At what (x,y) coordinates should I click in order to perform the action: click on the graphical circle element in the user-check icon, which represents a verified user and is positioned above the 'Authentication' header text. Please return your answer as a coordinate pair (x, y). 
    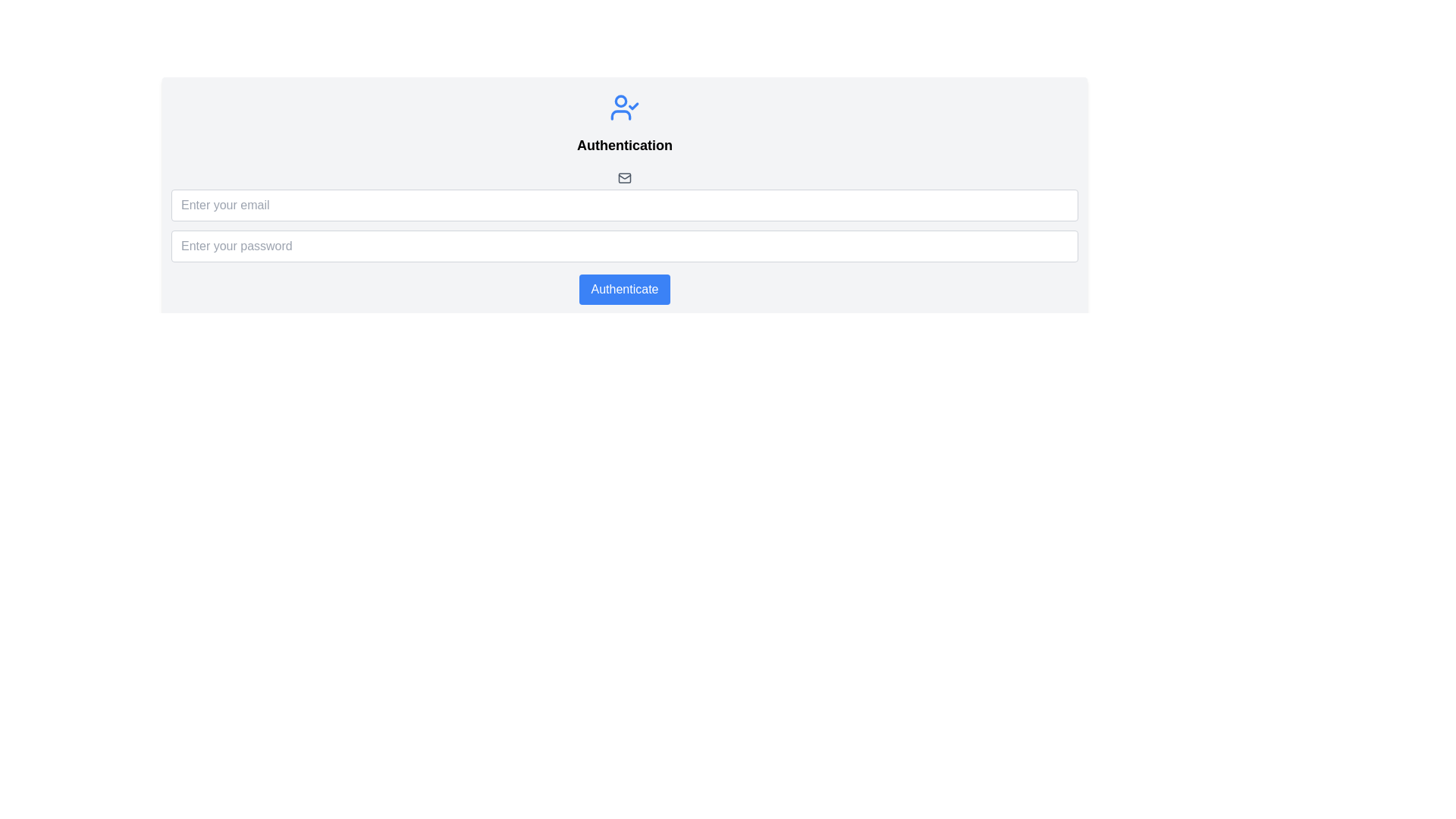
    Looking at the image, I should click on (621, 100).